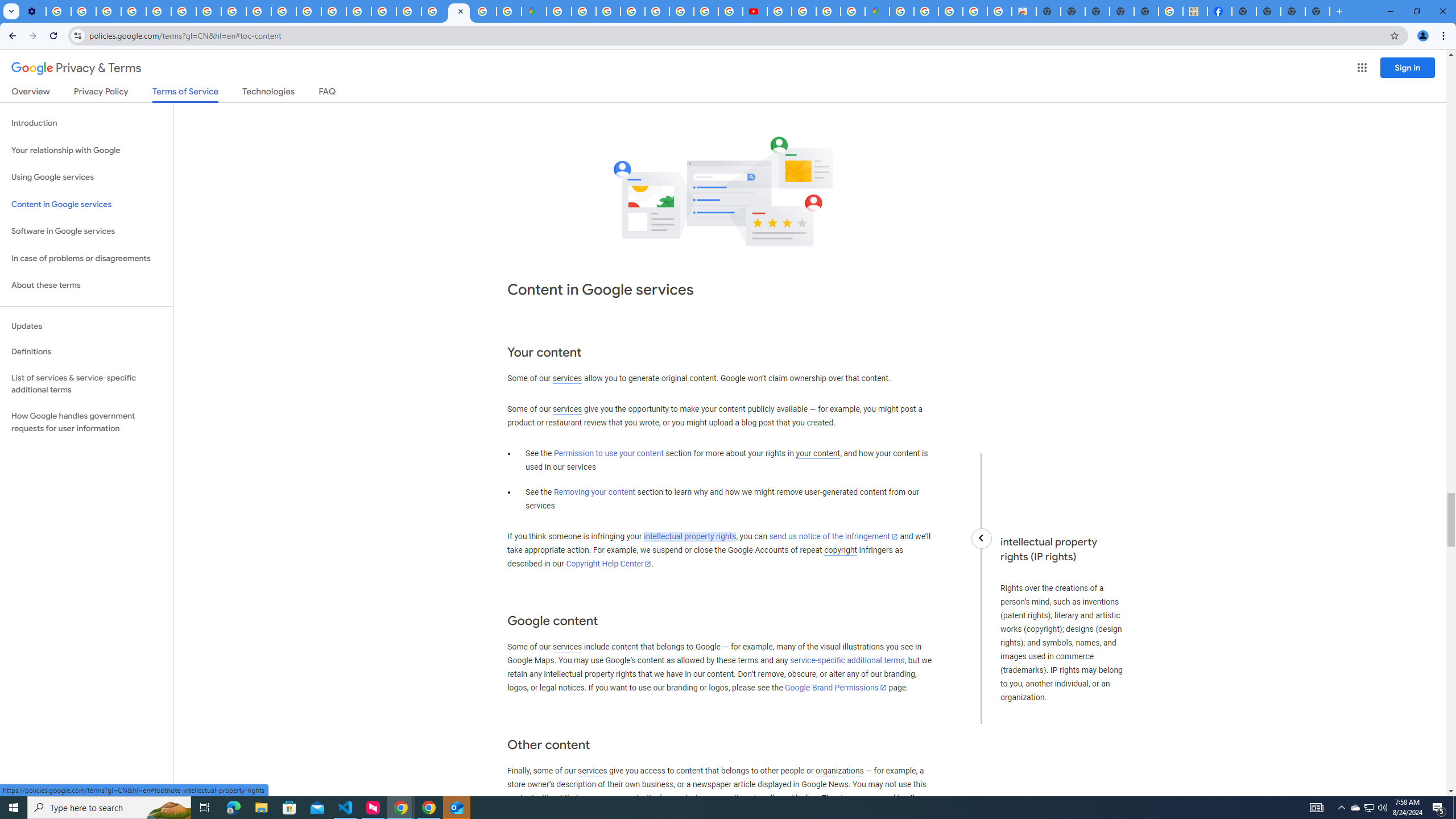  I want to click on 'About these terms', so click(86, 285).